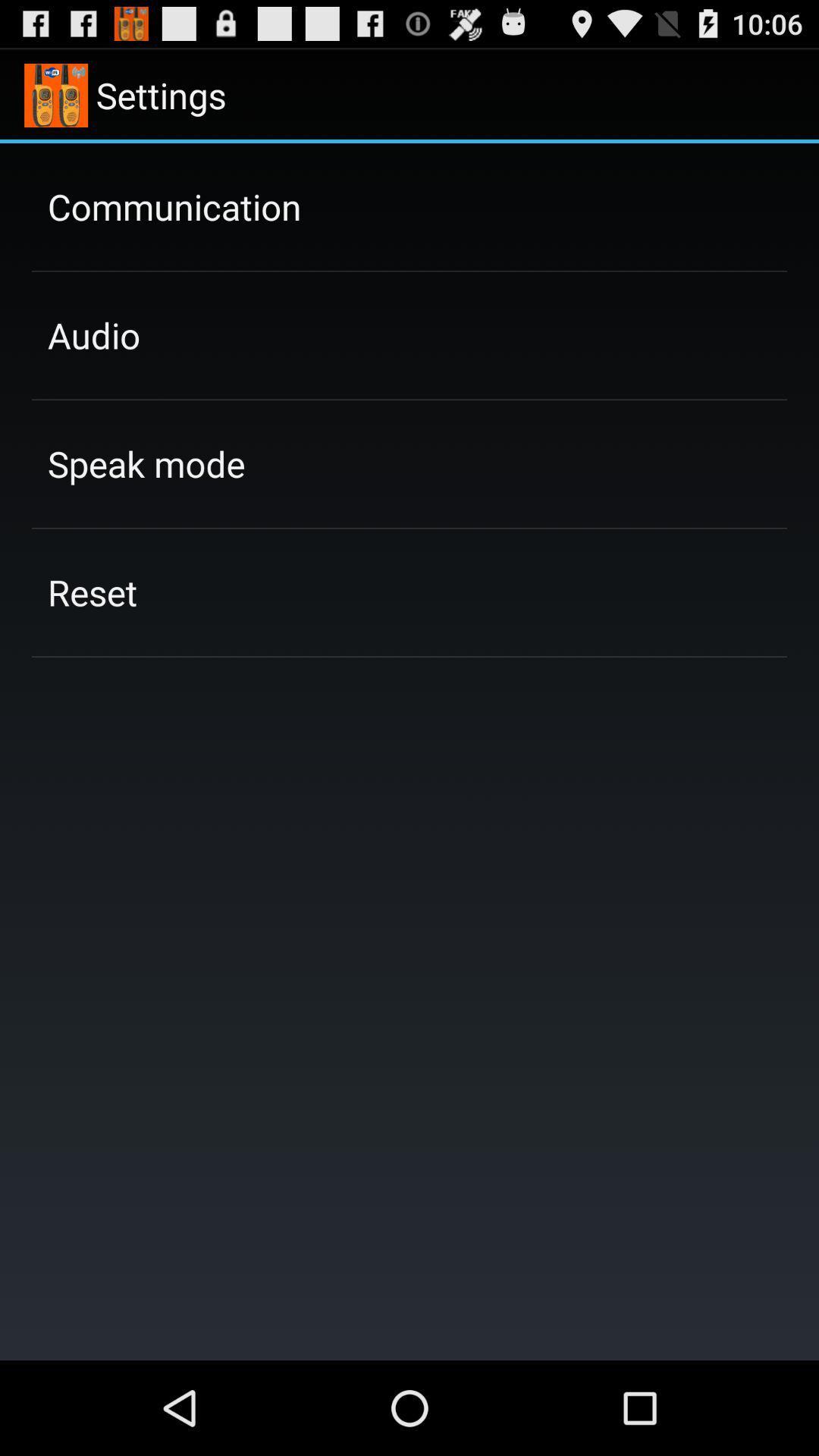 Image resolution: width=819 pixels, height=1456 pixels. What do you see at coordinates (94, 334) in the screenshot?
I see `icon above speak mode icon` at bounding box center [94, 334].